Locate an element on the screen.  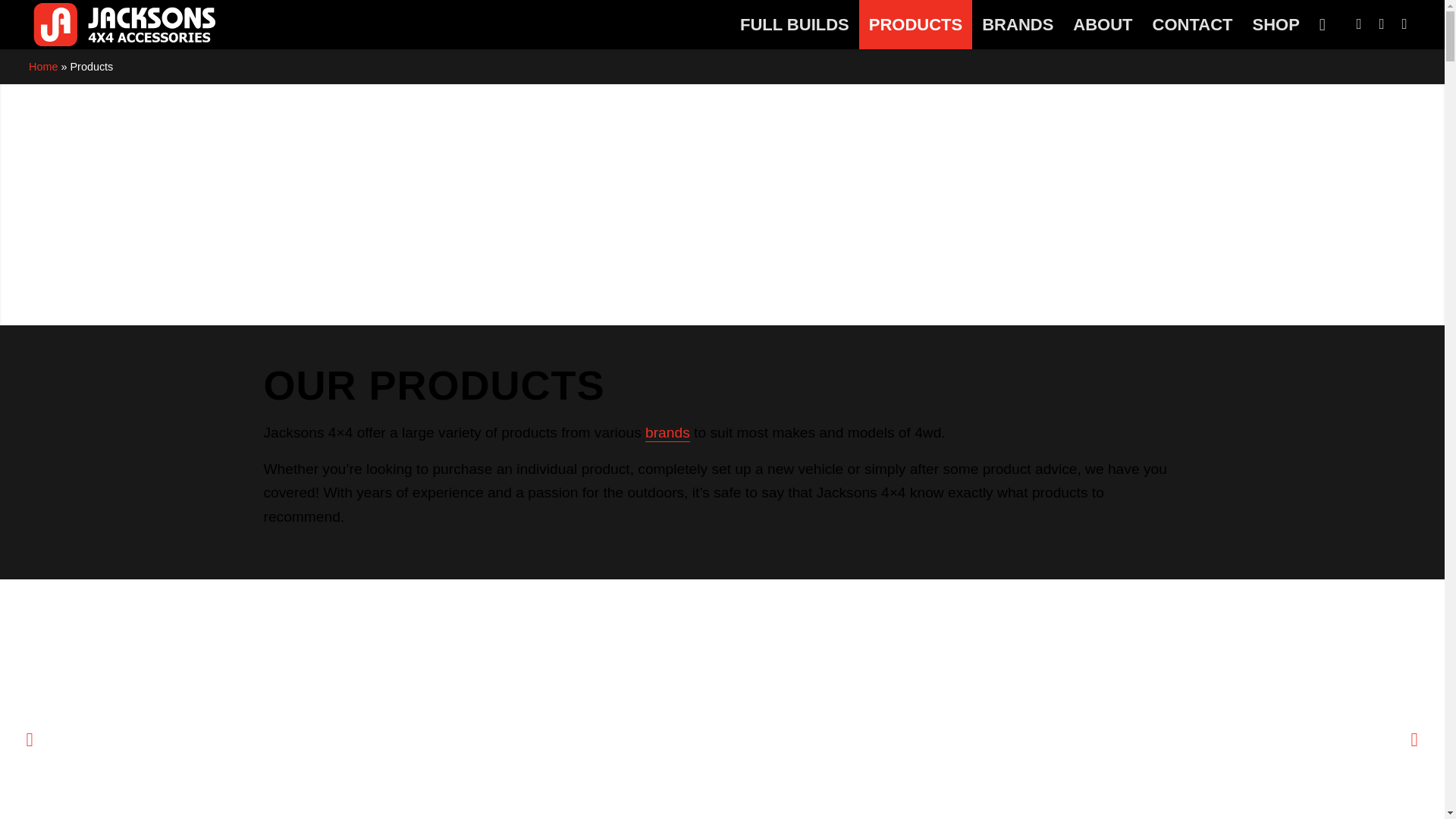
'Home' is located at coordinates (43, 66).